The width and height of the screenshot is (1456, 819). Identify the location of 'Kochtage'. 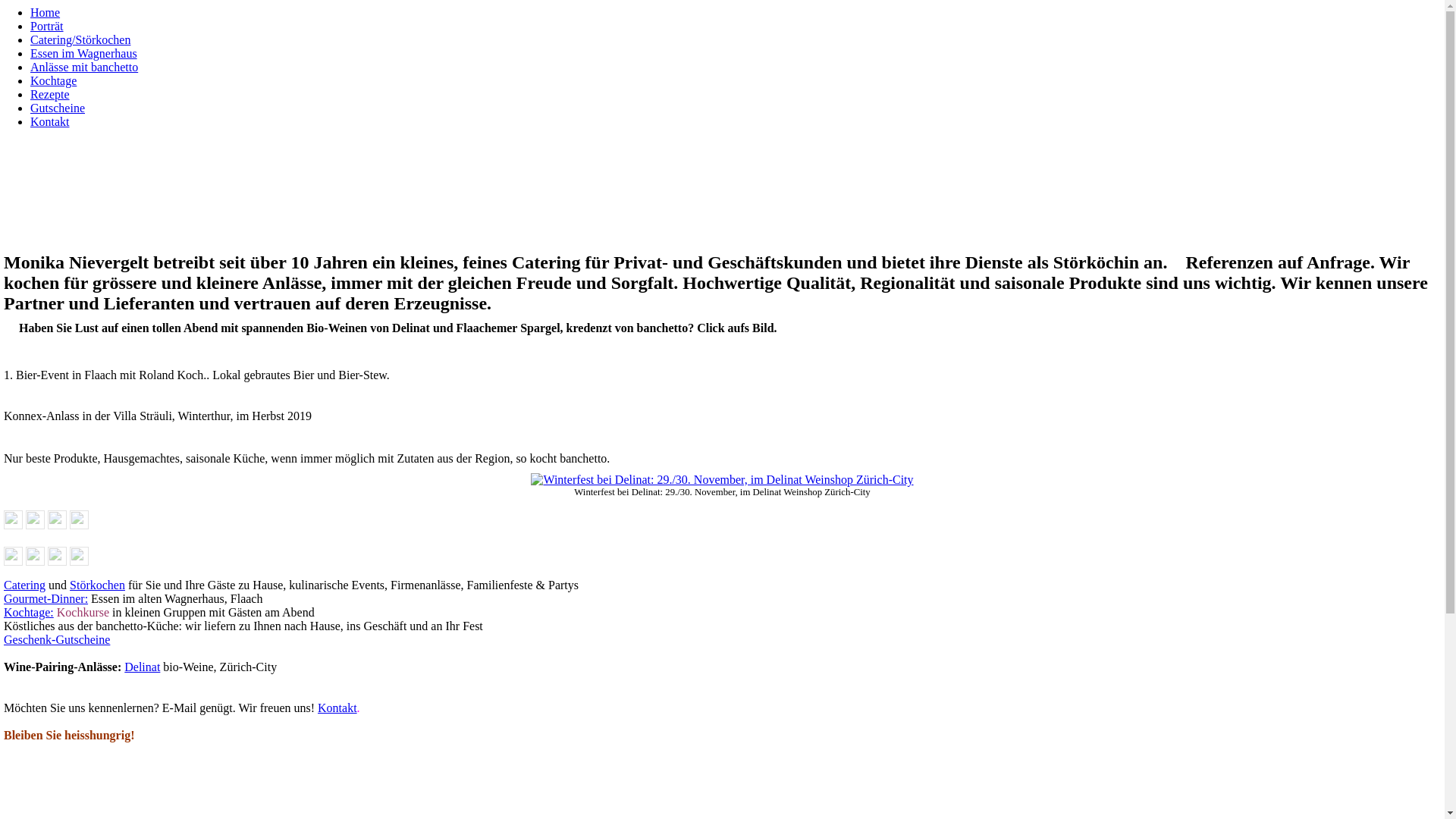
(53, 80).